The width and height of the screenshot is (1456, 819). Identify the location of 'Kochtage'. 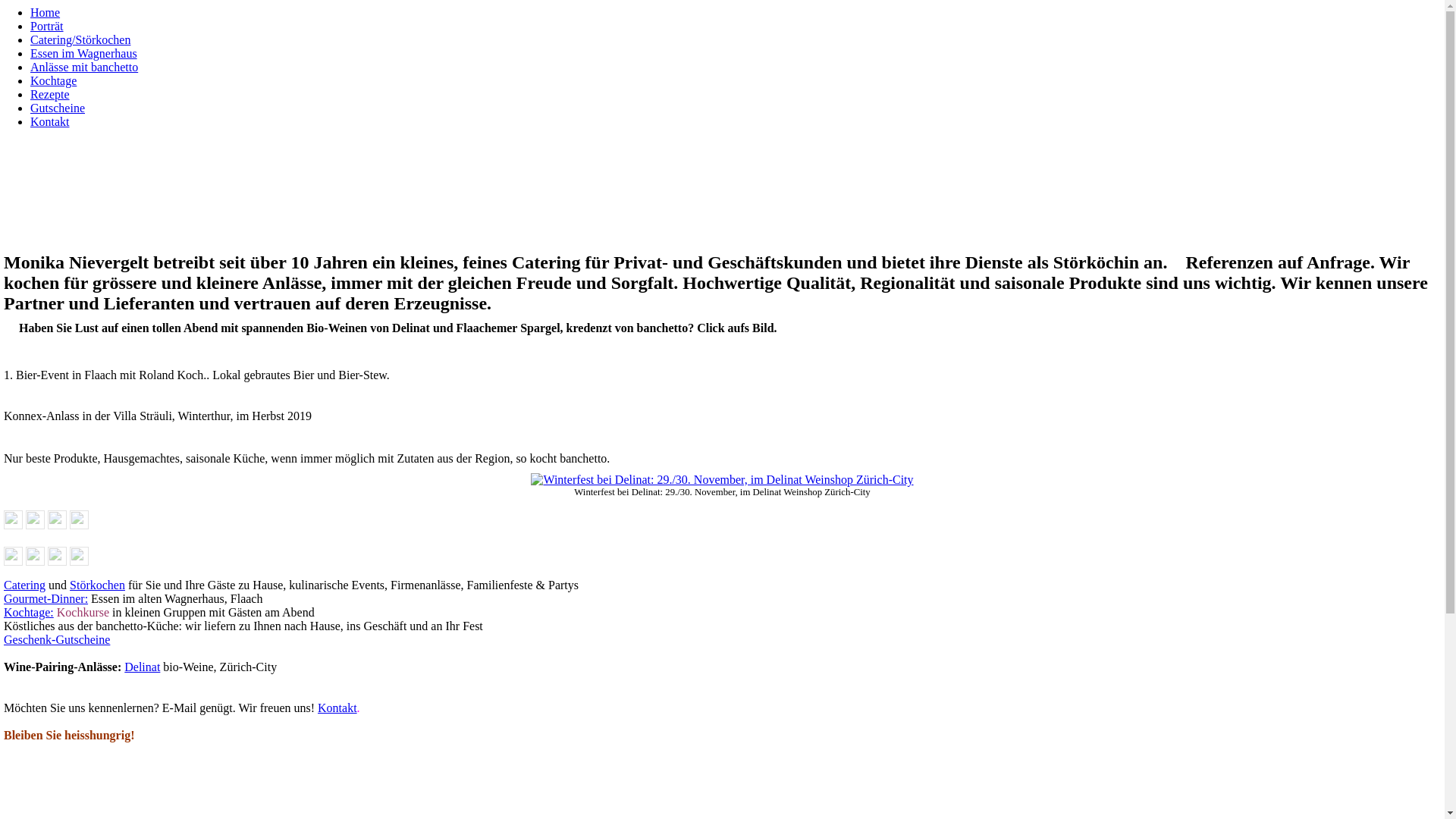
(53, 80).